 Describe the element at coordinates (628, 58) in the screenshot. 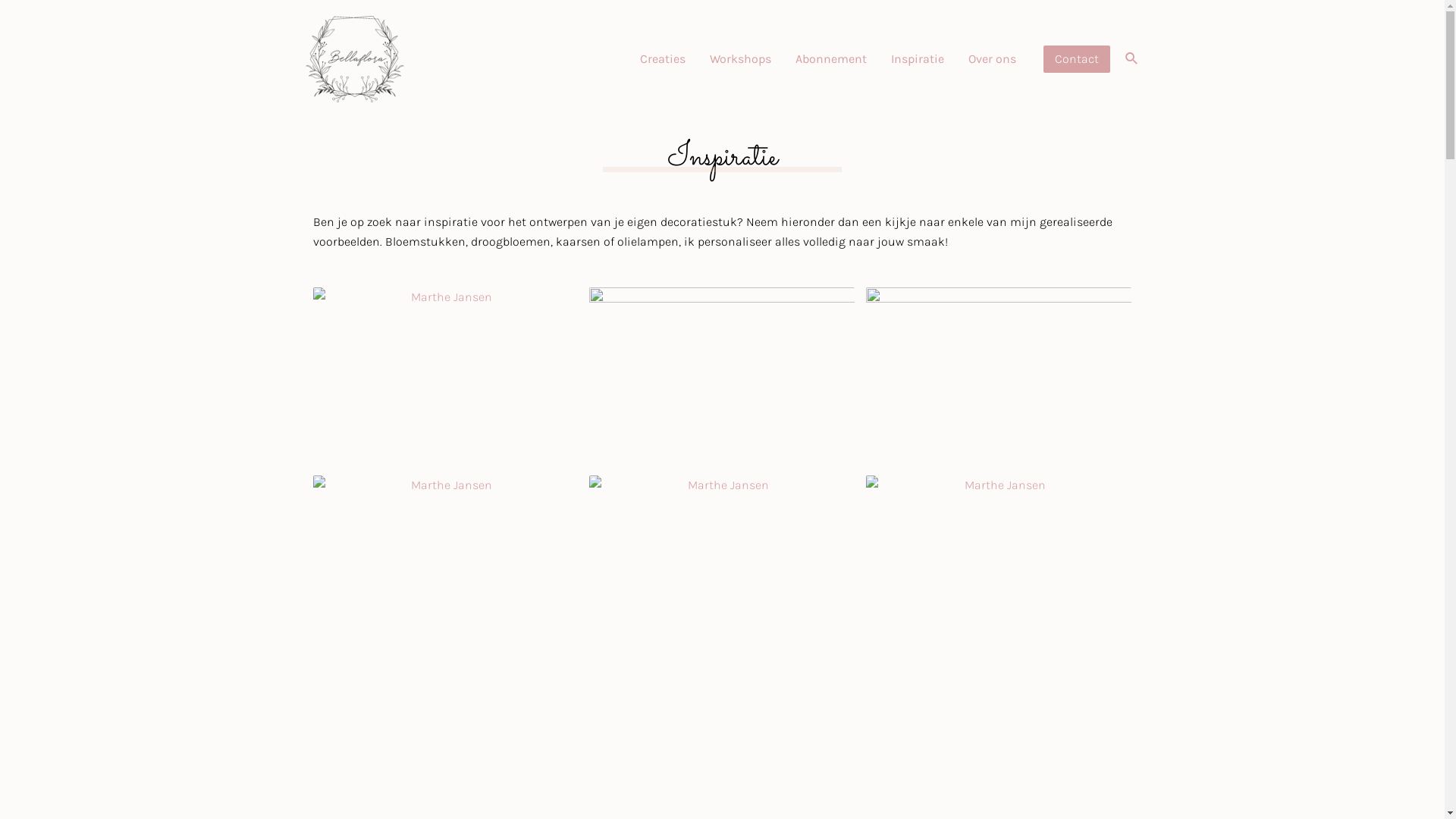

I see `'Creaties'` at that location.